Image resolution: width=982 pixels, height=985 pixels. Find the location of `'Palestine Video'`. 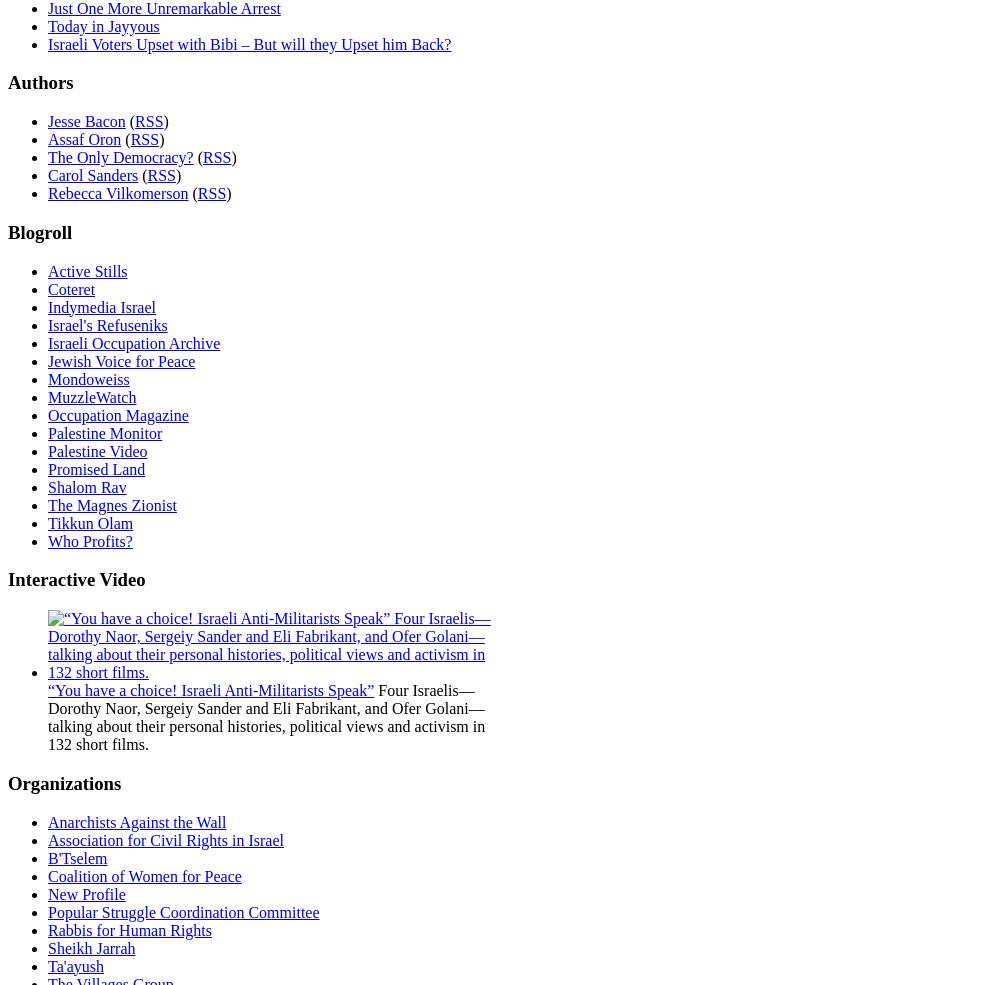

'Palestine Video' is located at coordinates (47, 449).